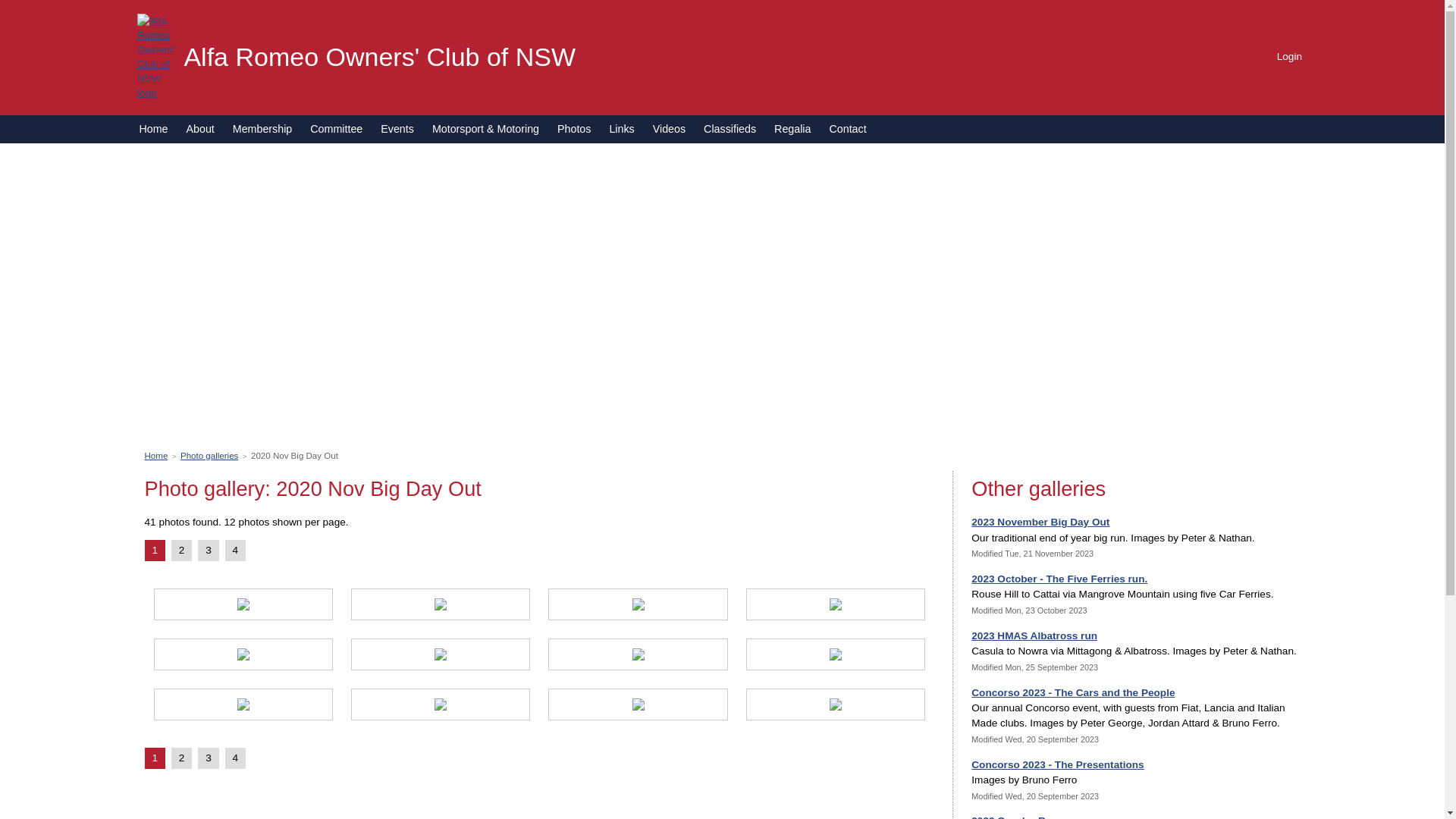  I want to click on 'About', so click(177, 127).